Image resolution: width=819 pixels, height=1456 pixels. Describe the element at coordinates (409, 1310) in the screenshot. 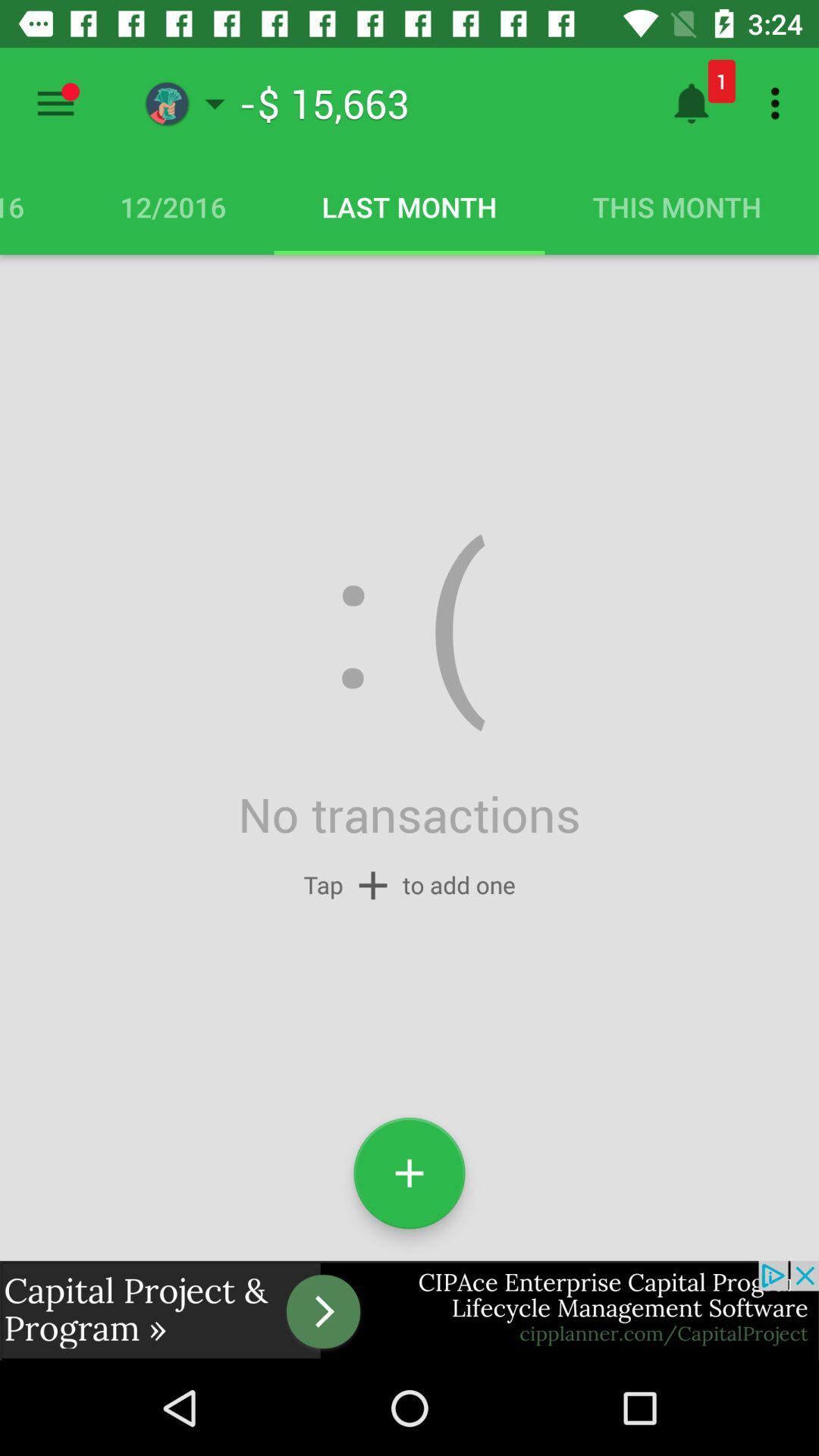

I see `share the article` at that location.